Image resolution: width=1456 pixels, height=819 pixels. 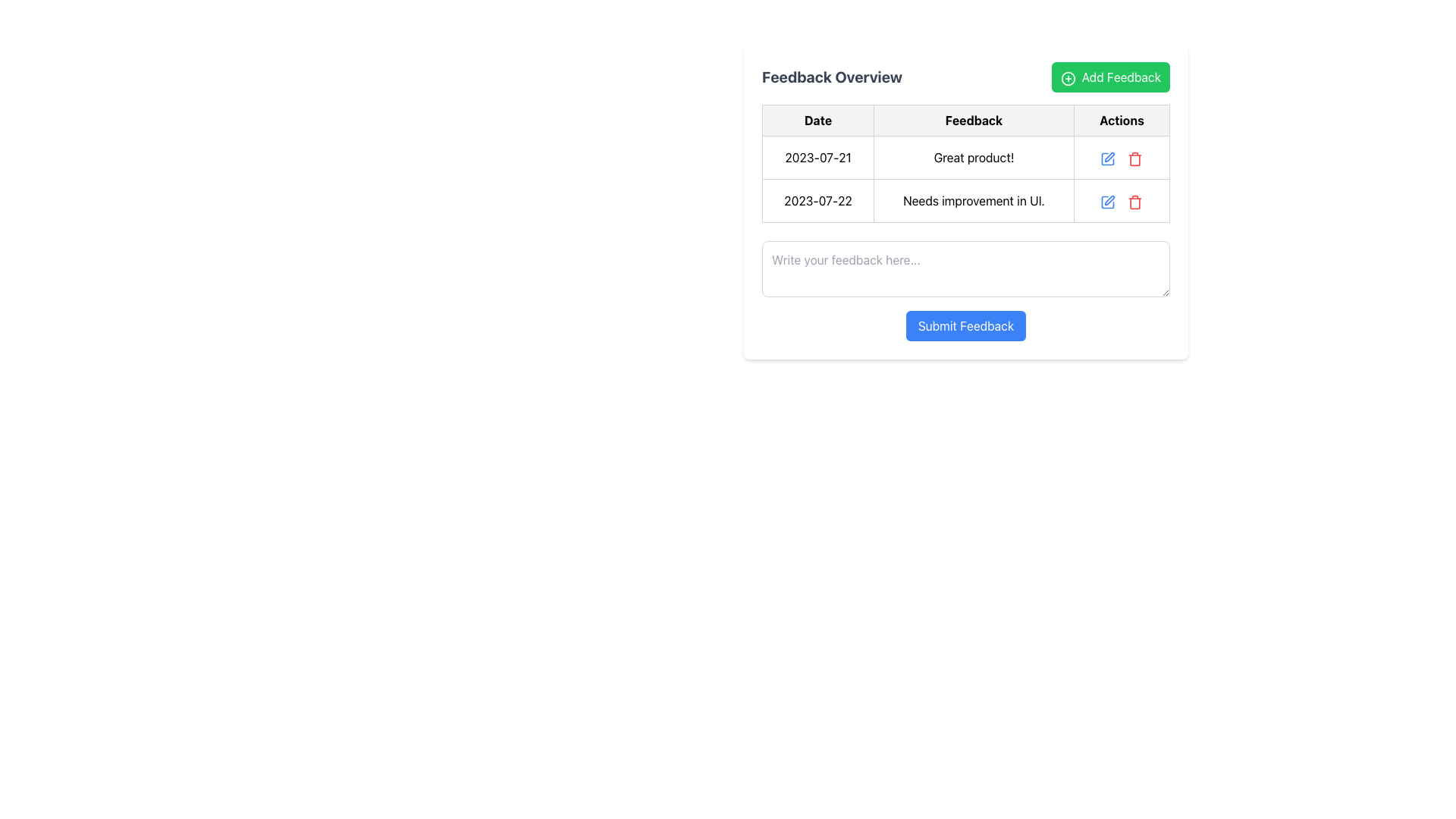 What do you see at coordinates (1122, 119) in the screenshot?
I see `the 'Actions' header text label in the grid, which is located in the top row of the third column and serves as the header for action controls` at bounding box center [1122, 119].